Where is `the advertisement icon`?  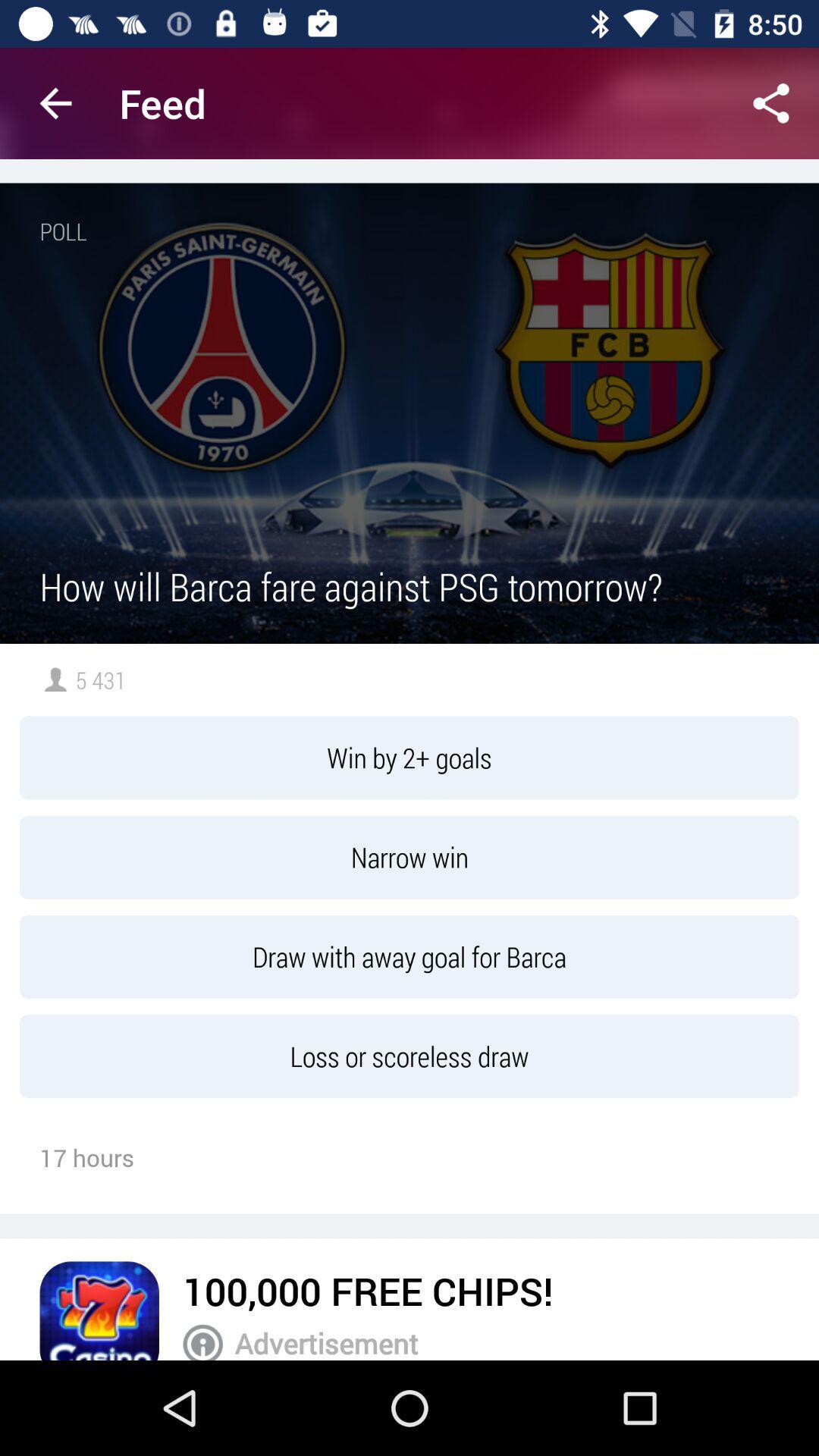
the advertisement icon is located at coordinates (507, 1342).